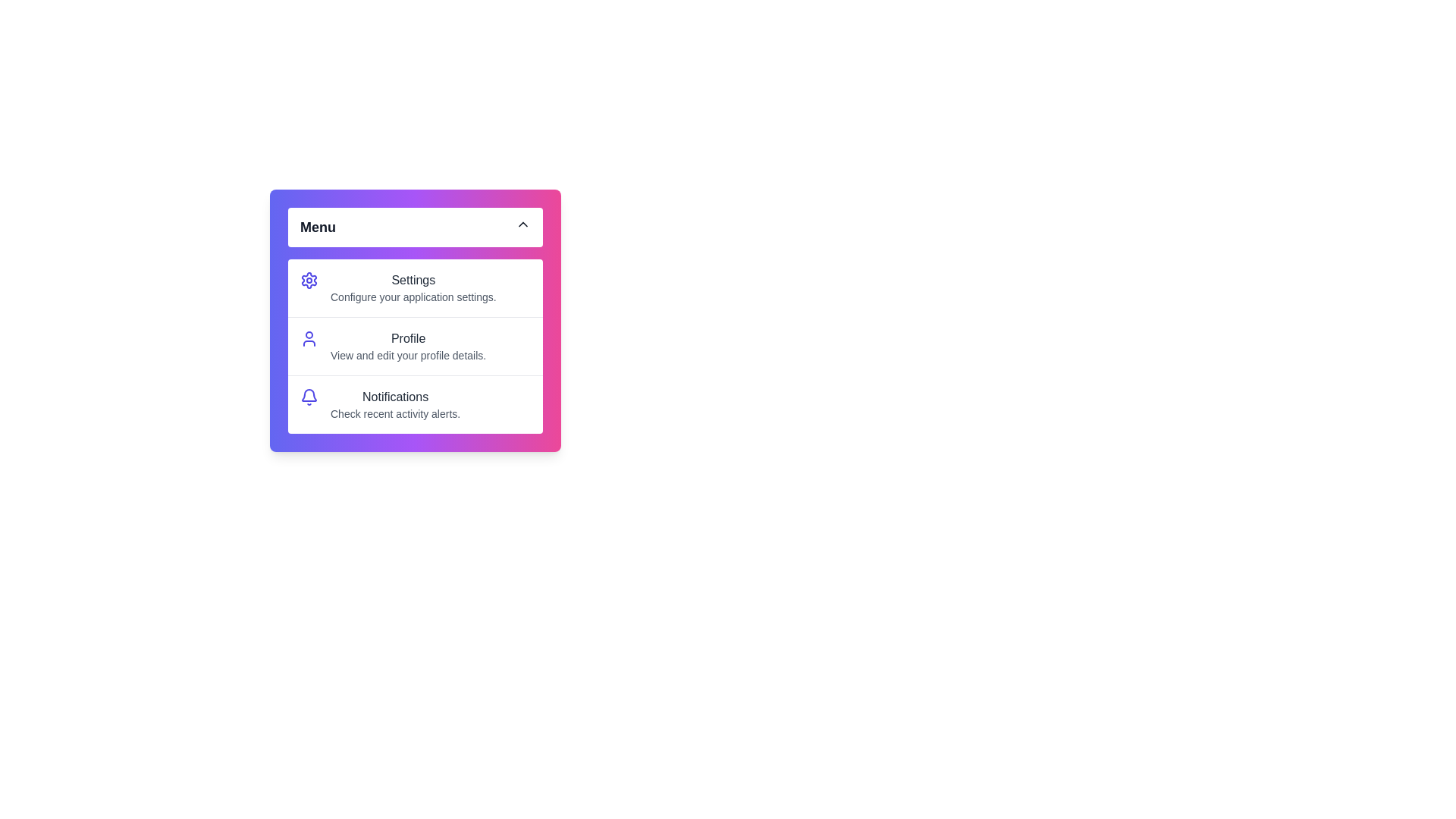 This screenshot has width=1456, height=819. I want to click on the Notifications icon in the menu, so click(309, 397).